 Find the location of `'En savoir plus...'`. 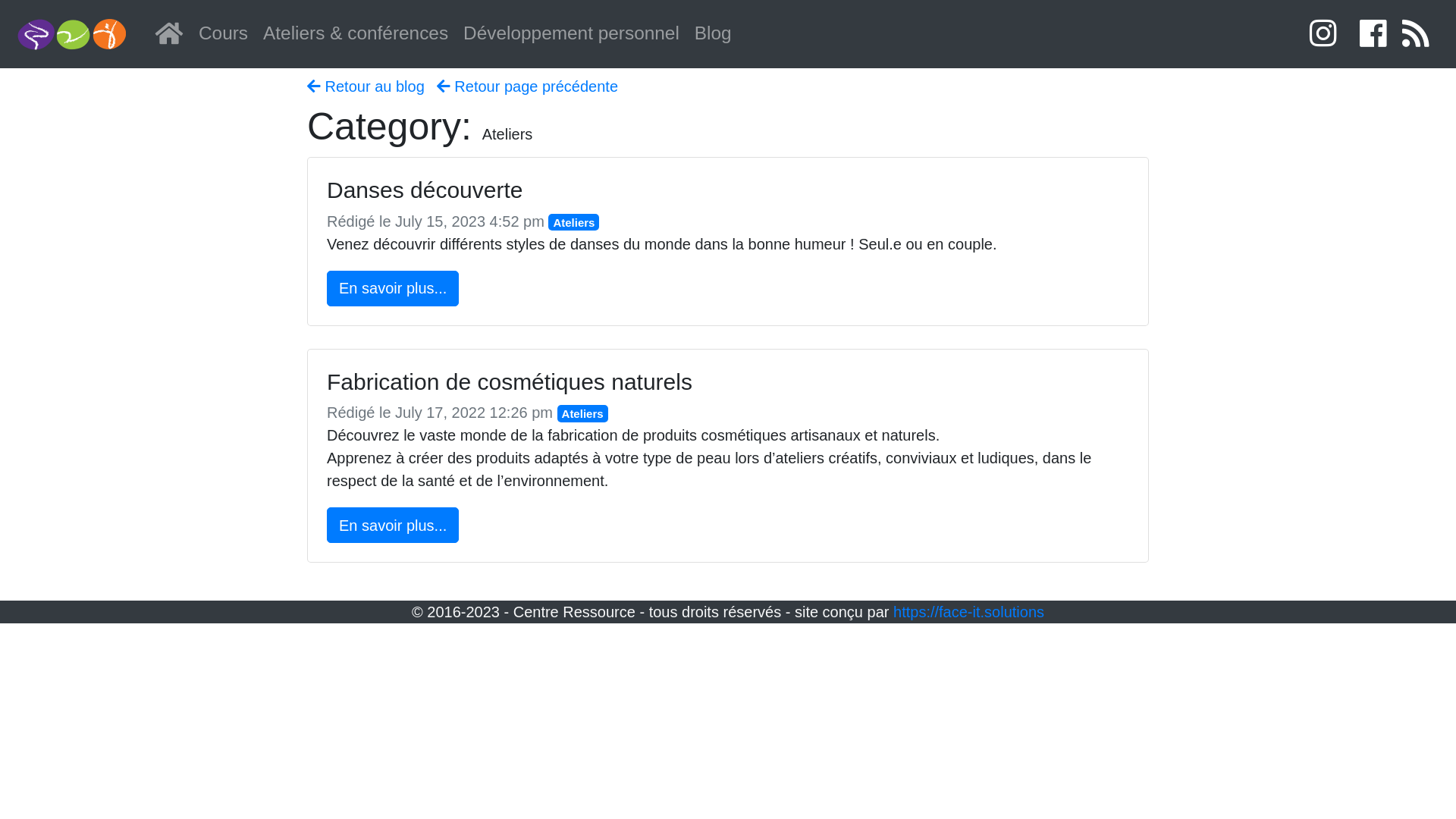

'En savoir plus...' is located at coordinates (393, 524).